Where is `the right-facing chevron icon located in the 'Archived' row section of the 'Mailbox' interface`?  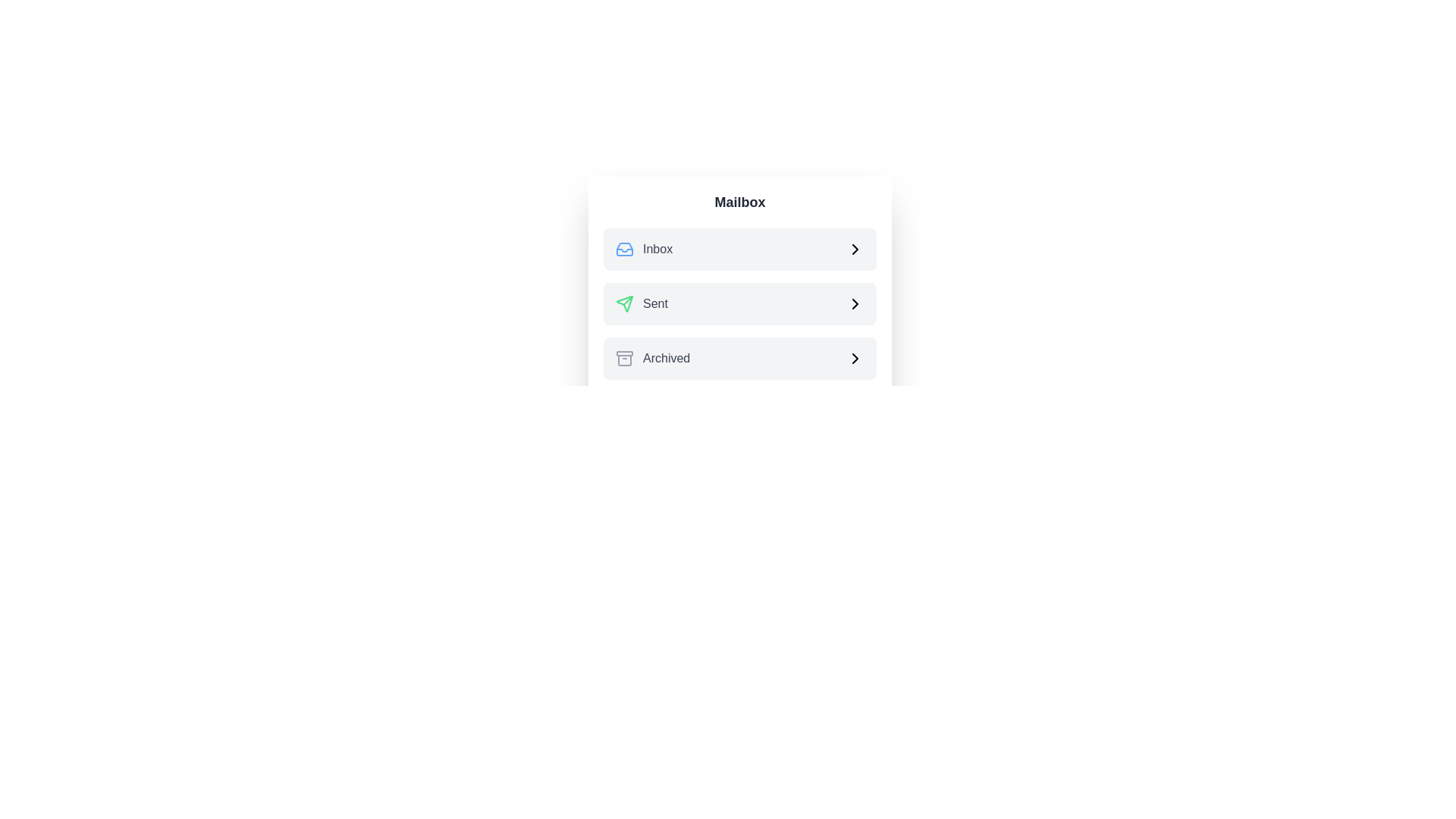 the right-facing chevron icon located in the 'Archived' row section of the 'Mailbox' interface is located at coordinates (855, 359).